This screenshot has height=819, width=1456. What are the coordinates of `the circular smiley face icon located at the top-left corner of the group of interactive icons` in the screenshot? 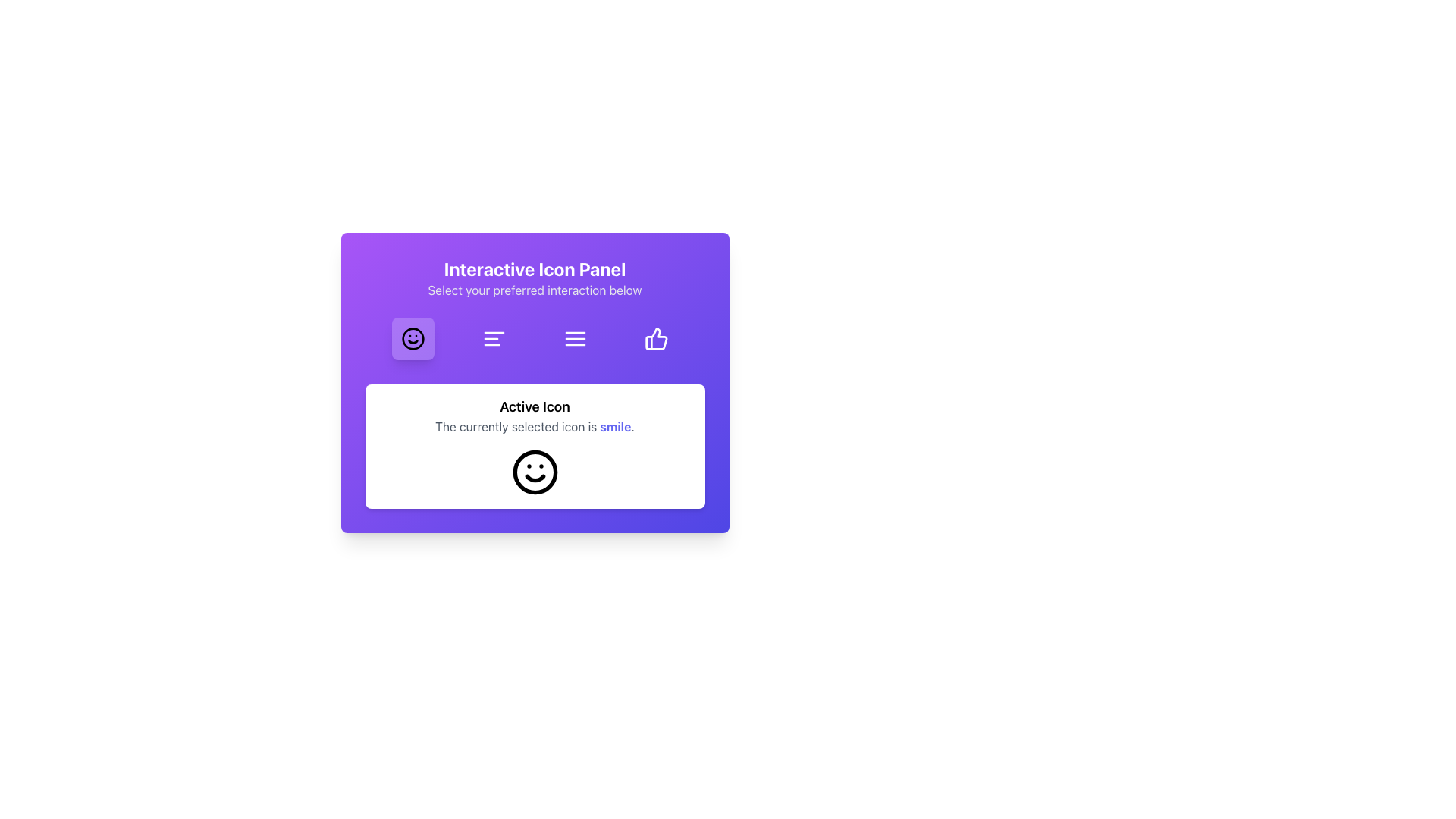 It's located at (413, 338).